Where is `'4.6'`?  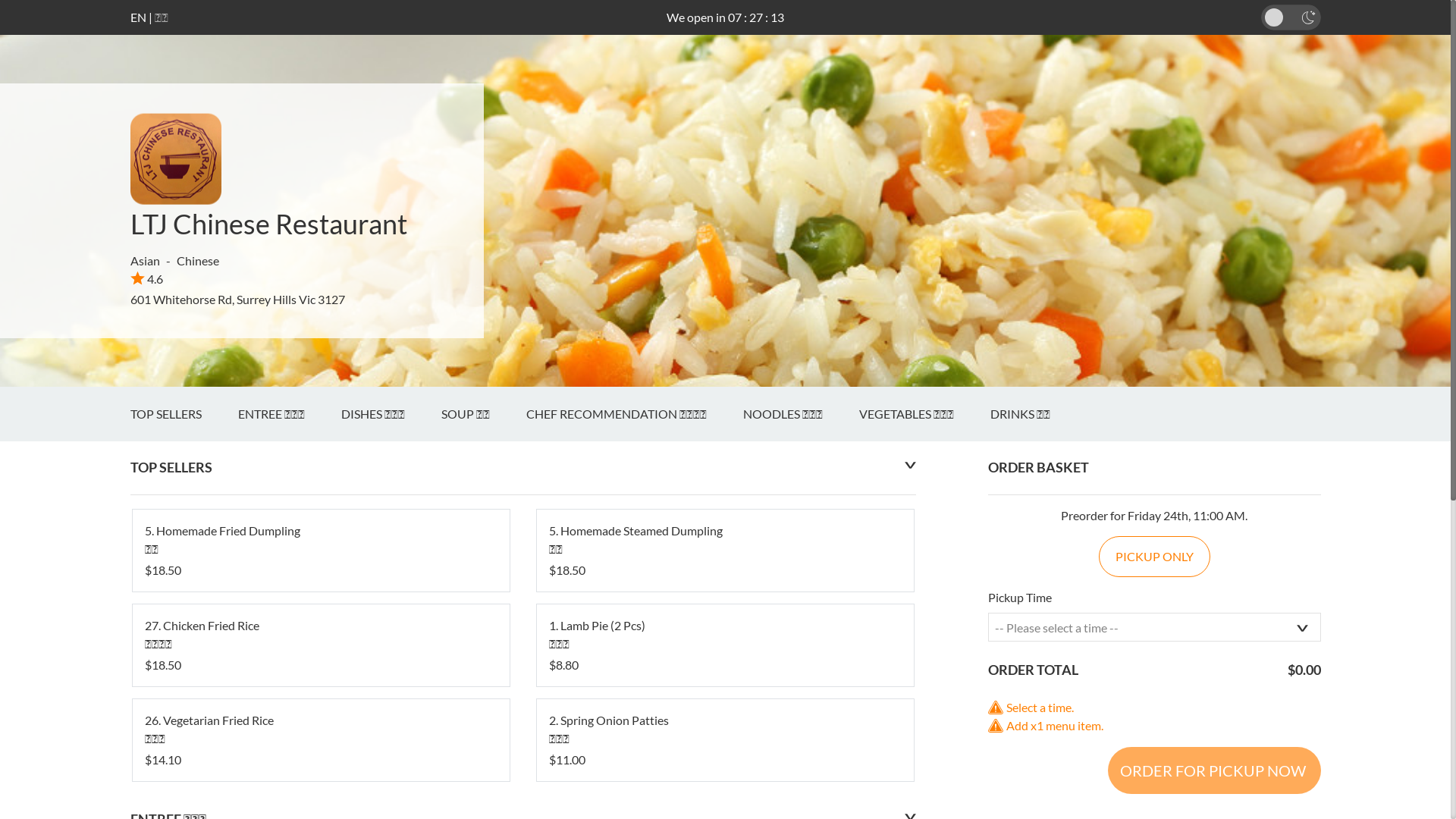
'4.6' is located at coordinates (146, 278).